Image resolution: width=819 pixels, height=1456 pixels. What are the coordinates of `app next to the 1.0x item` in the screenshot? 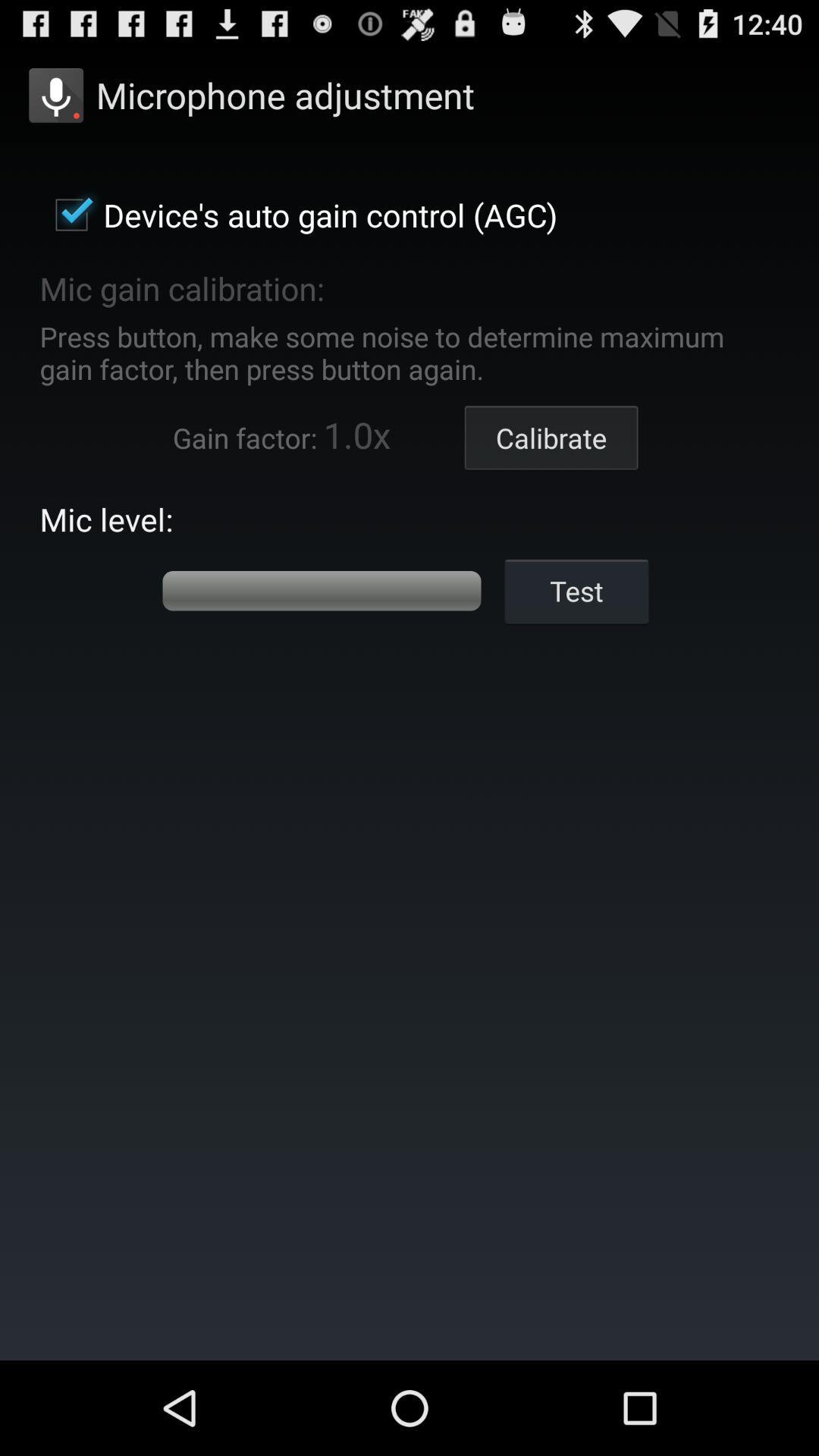 It's located at (551, 437).